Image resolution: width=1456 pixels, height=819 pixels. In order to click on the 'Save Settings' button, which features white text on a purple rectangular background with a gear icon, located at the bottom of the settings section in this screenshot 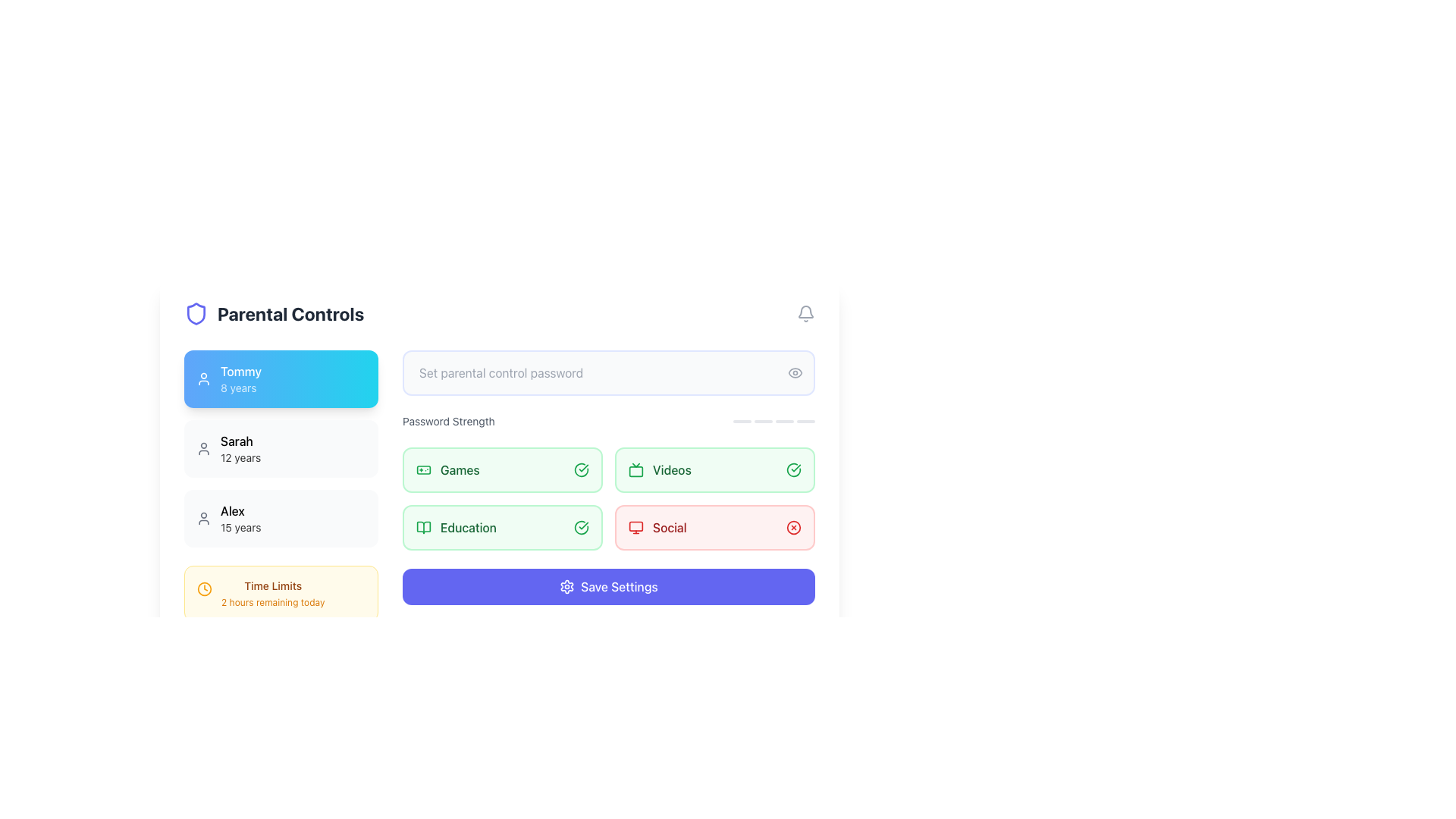, I will do `click(608, 586)`.